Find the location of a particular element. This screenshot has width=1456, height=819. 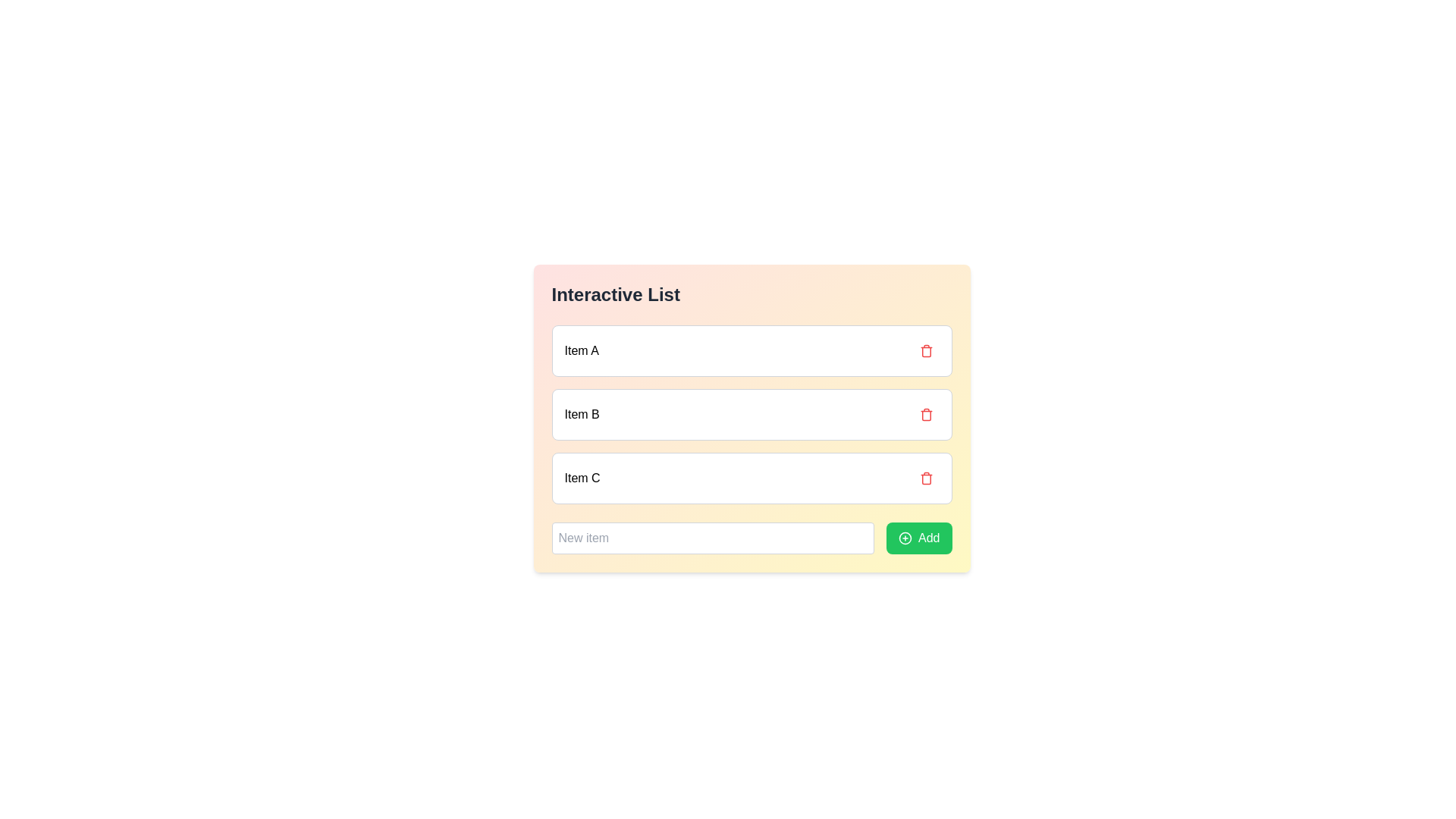

the delete icon located to the far-right side of the input field labeled 'Item A' is located at coordinates (925, 350).